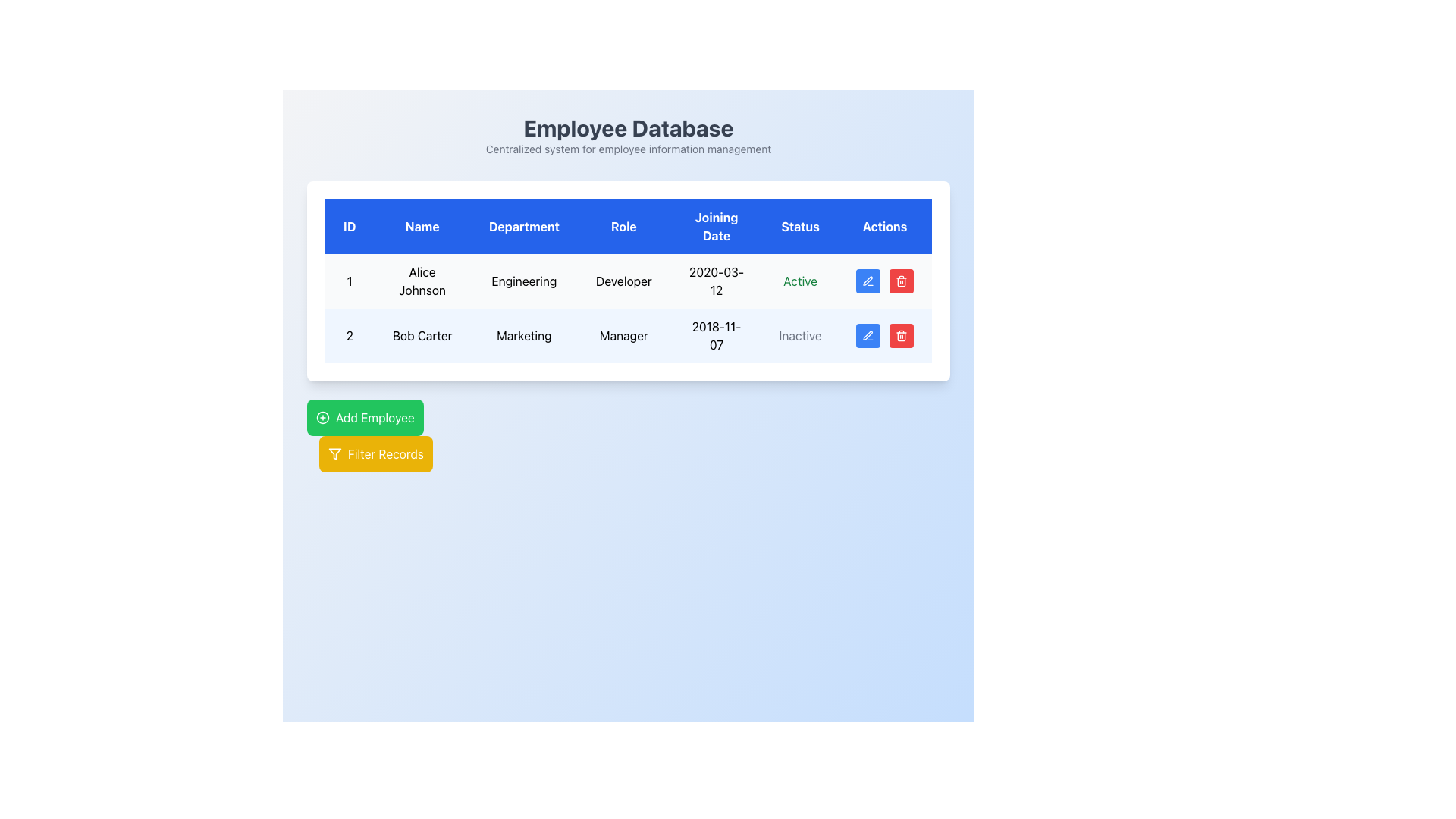  Describe the element at coordinates (375, 418) in the screenshot. I see `the 'Add Employee' text label within the green button` at that location.